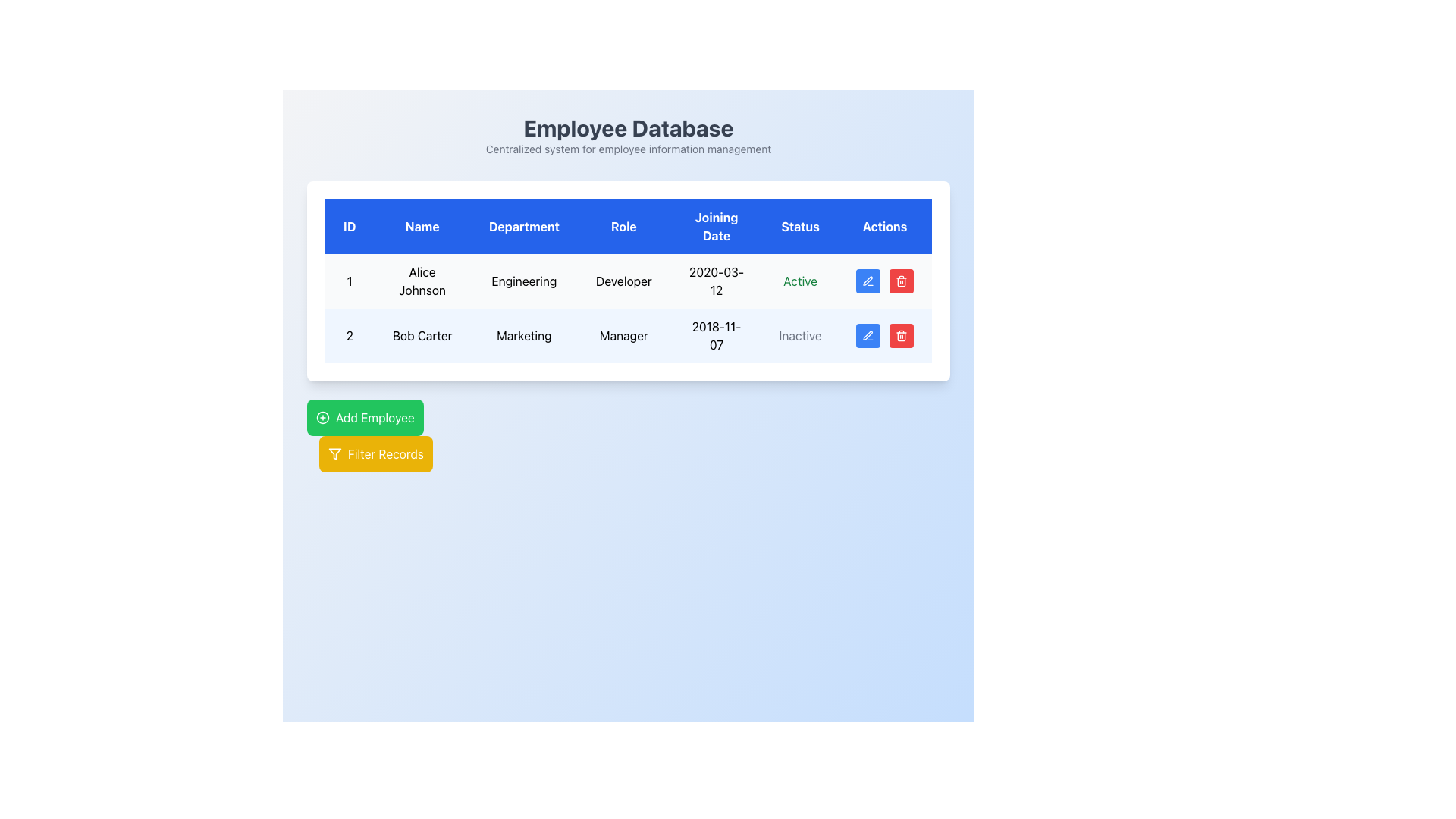  Describe the element at coordinates (375, 418) in the screenshot. I see `the 'Add Employee' text label within the green button` at that location.